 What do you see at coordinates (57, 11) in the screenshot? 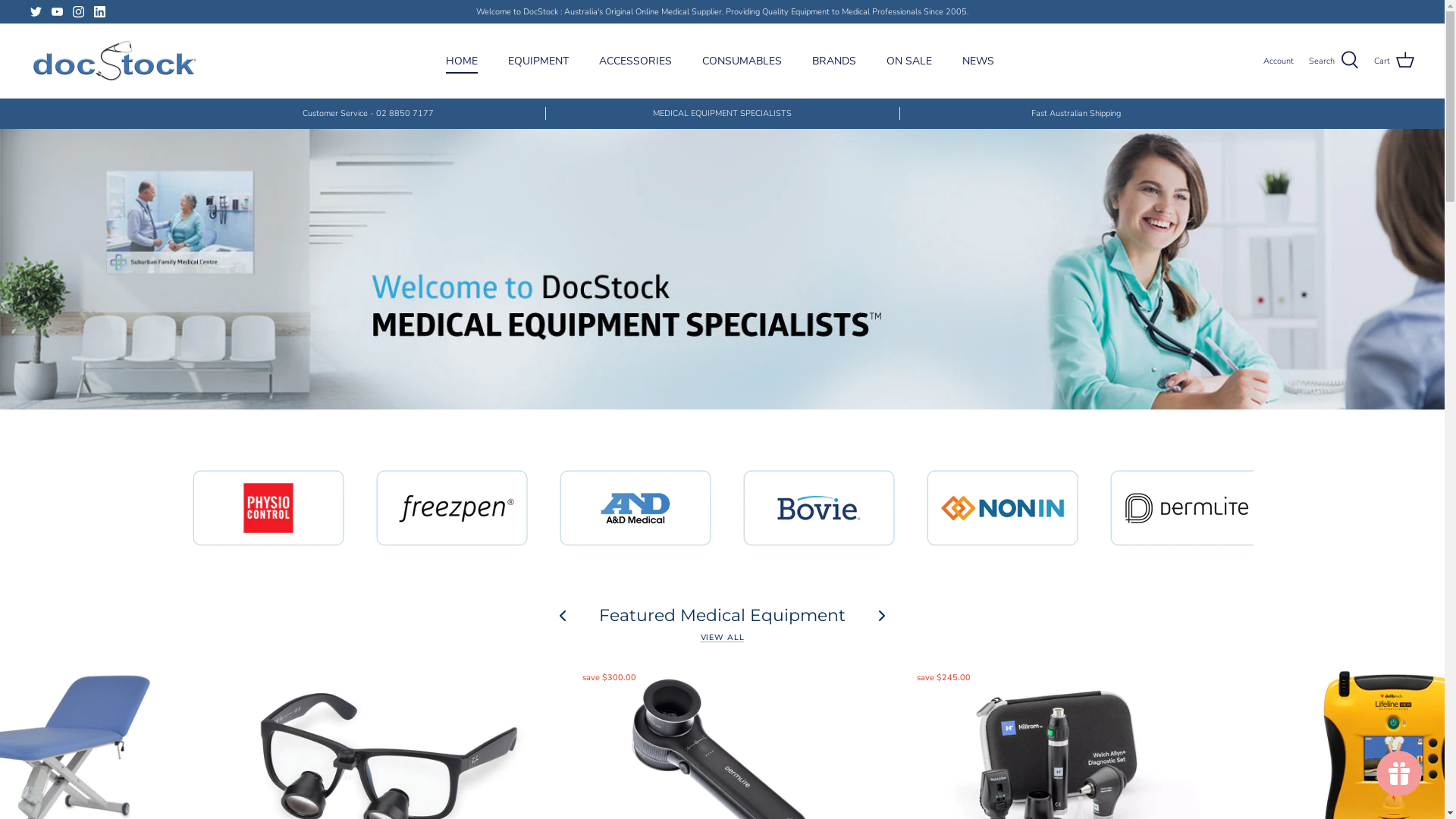
I see `'Youtube'` at bounding box center [57, 11].